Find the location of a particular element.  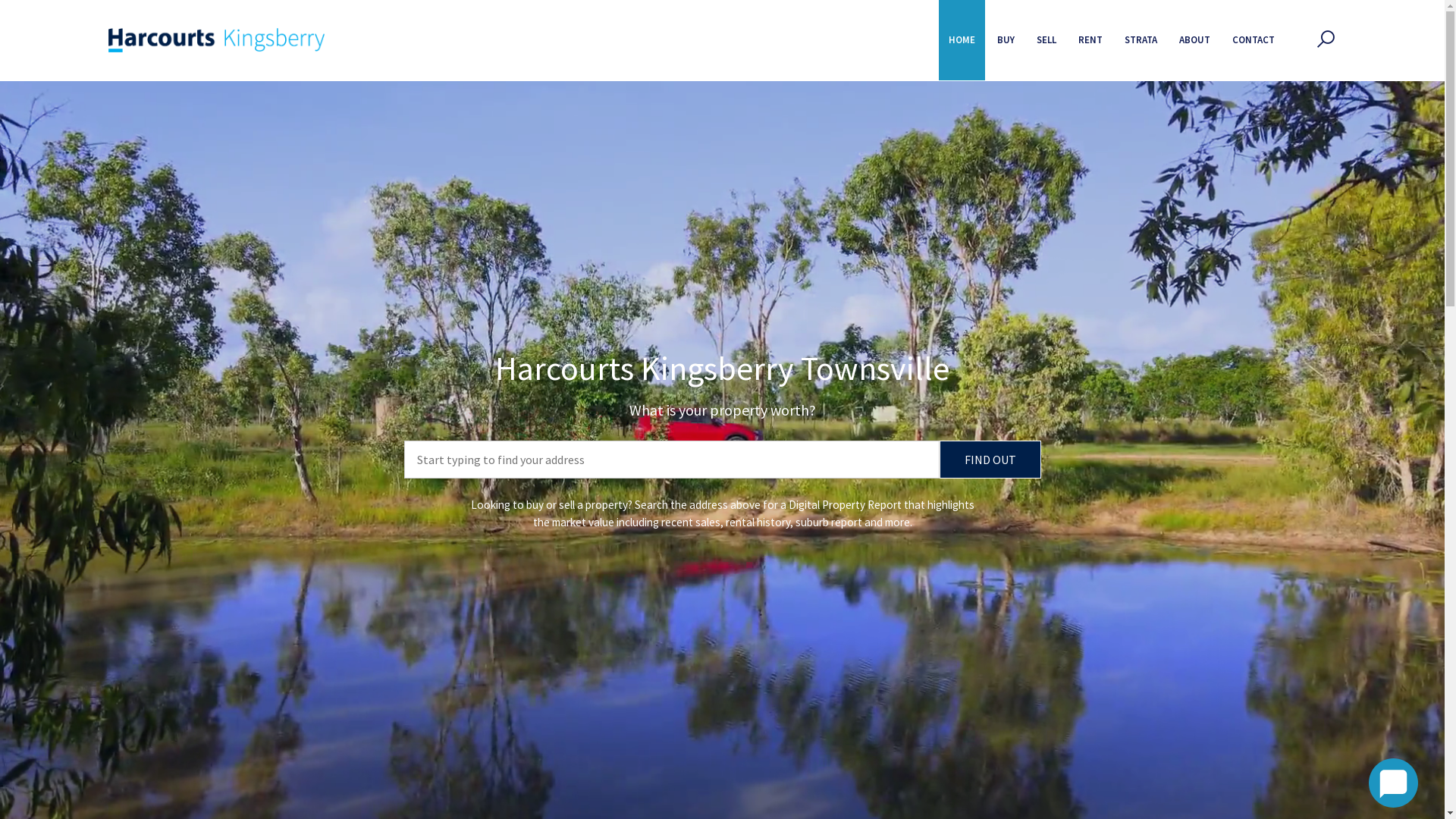

'RENT' is located at coordinates (1090, 39).